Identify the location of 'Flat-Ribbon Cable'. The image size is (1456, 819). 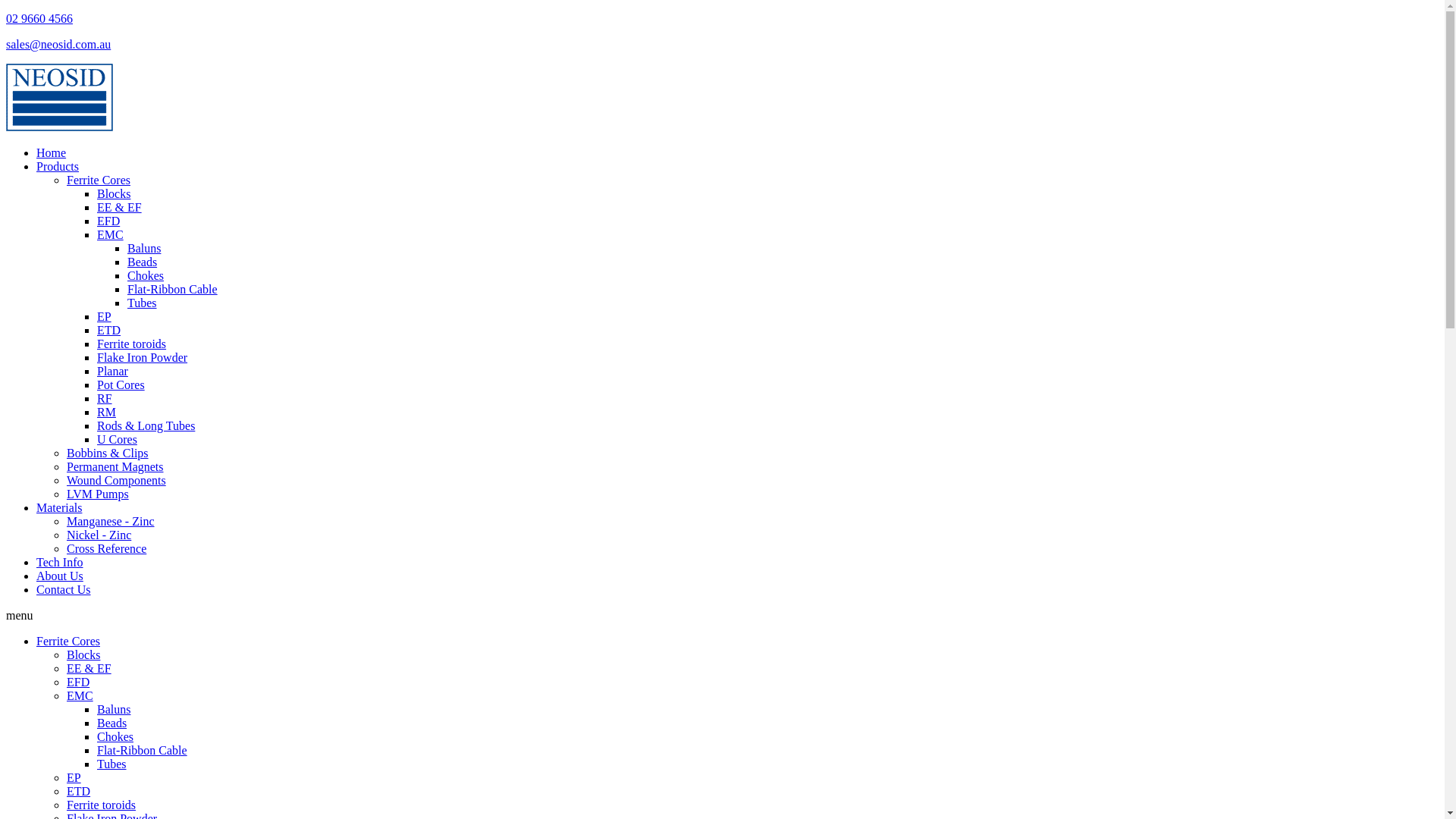
(142, 749).